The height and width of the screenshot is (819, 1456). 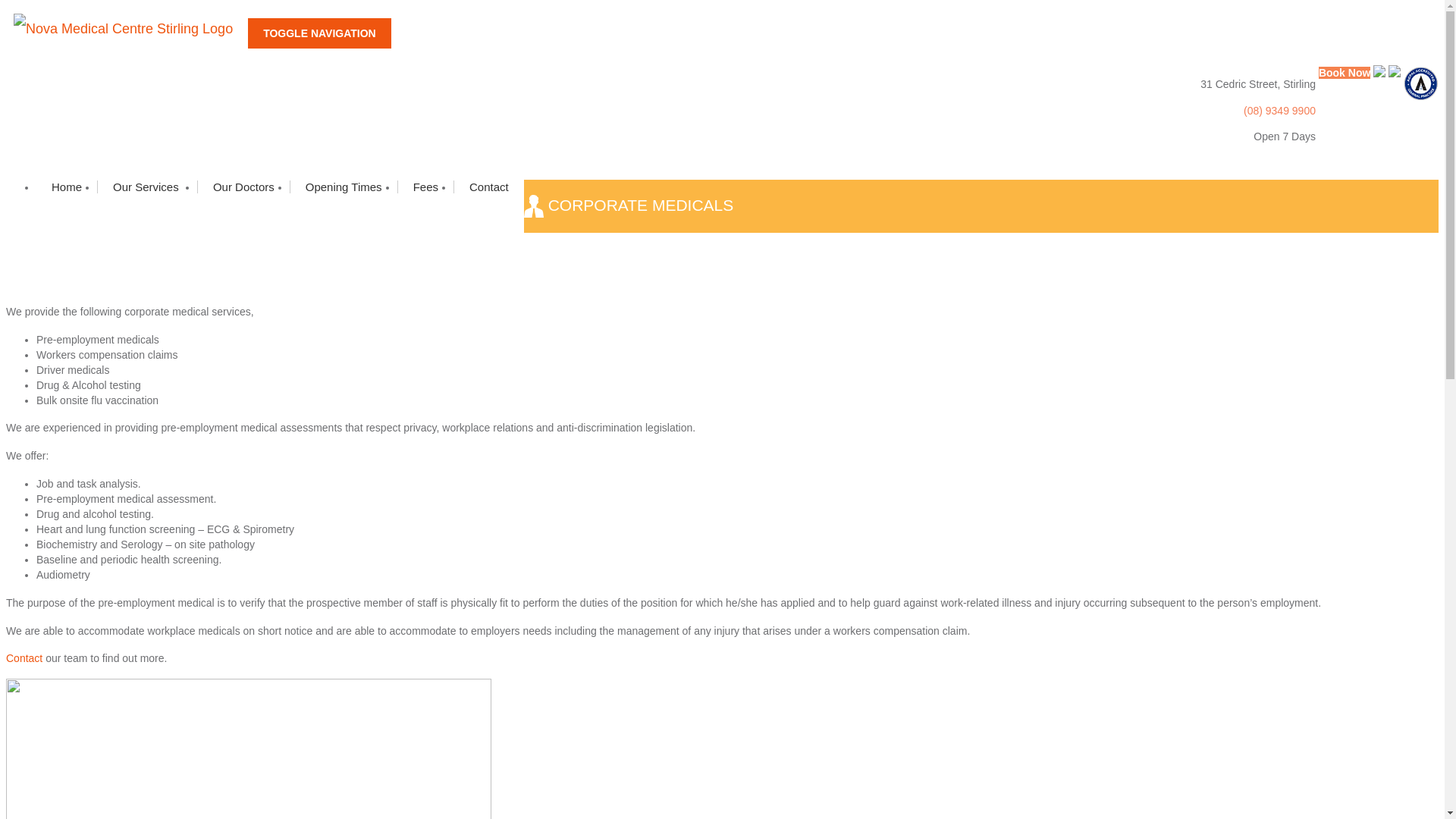 What do you see at coordinates (127, 29) in the screenshot?
I see `'Nova Medical Centre Stirling'` at bounding box center [127, 29].